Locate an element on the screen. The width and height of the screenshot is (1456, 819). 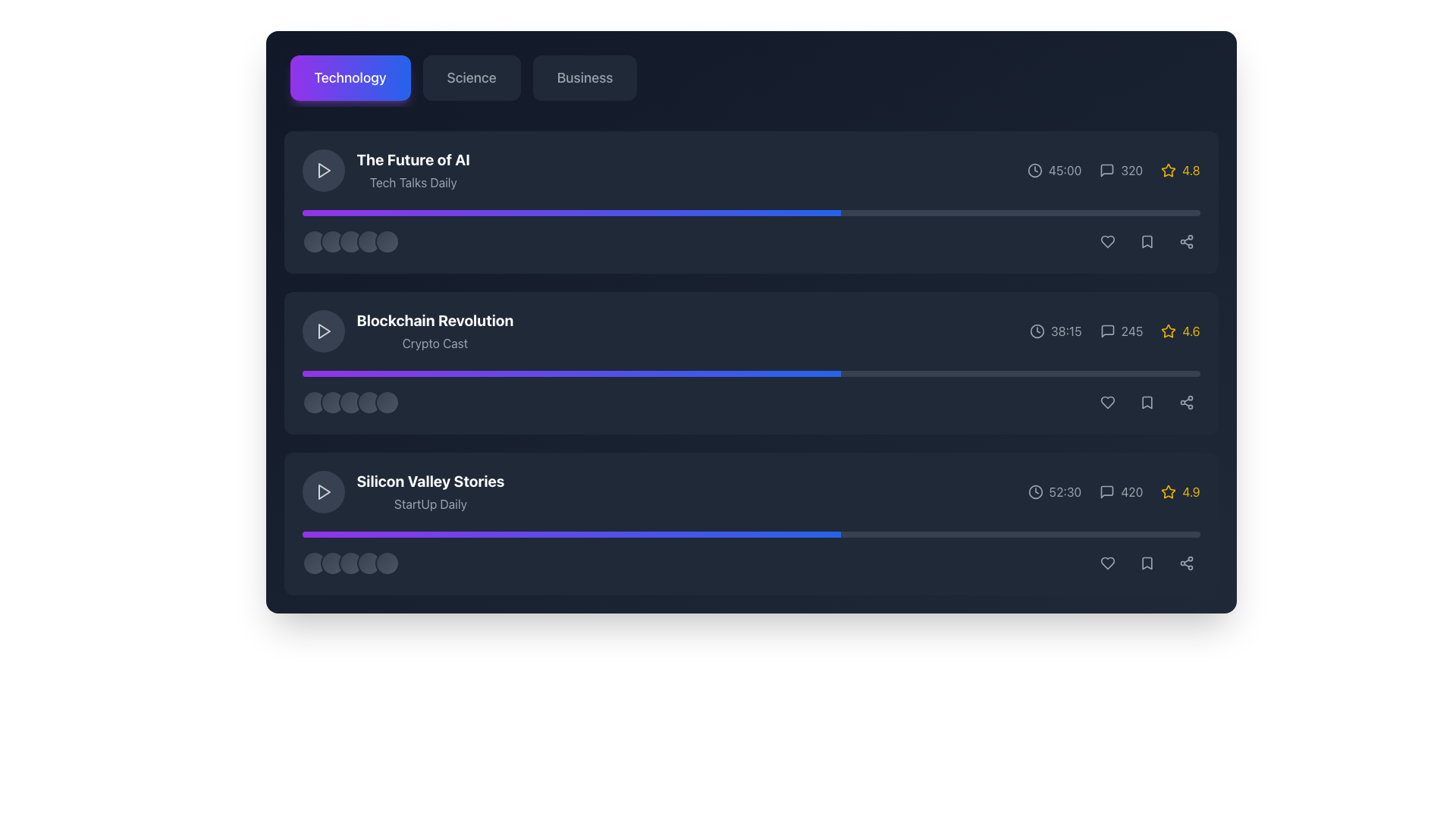
the comment option icon, which is a speech bubble shape inside a square frame, located to the right of the content titled 'The Future of AI.' is located at coordinates (1107, 170).